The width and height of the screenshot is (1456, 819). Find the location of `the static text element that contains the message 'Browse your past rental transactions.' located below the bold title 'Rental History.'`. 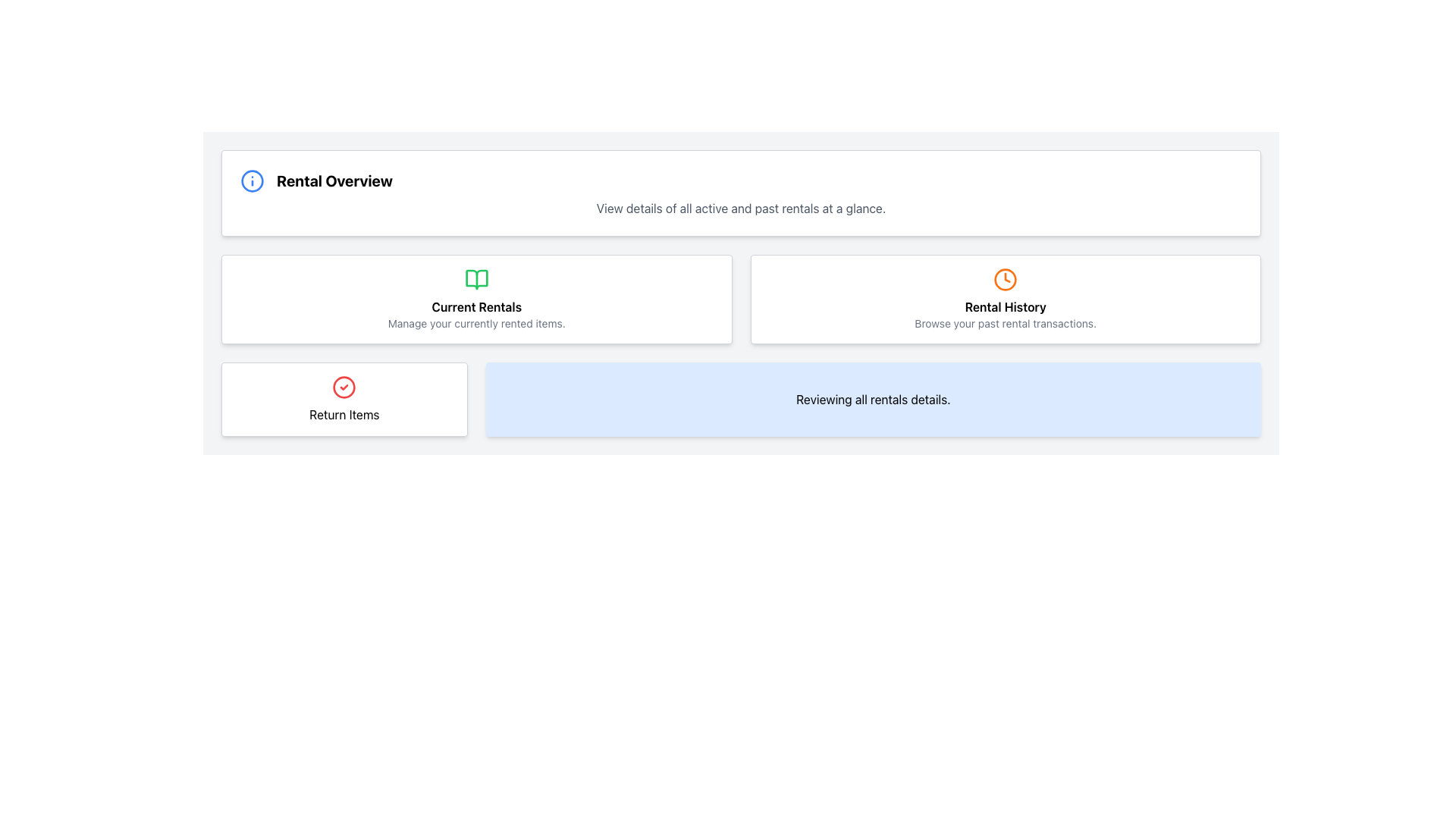

the static text element that contains the message 'Browse your past rental transactions.' located below the bold title 'Rental History.' is located at coordinates (1006, 323).